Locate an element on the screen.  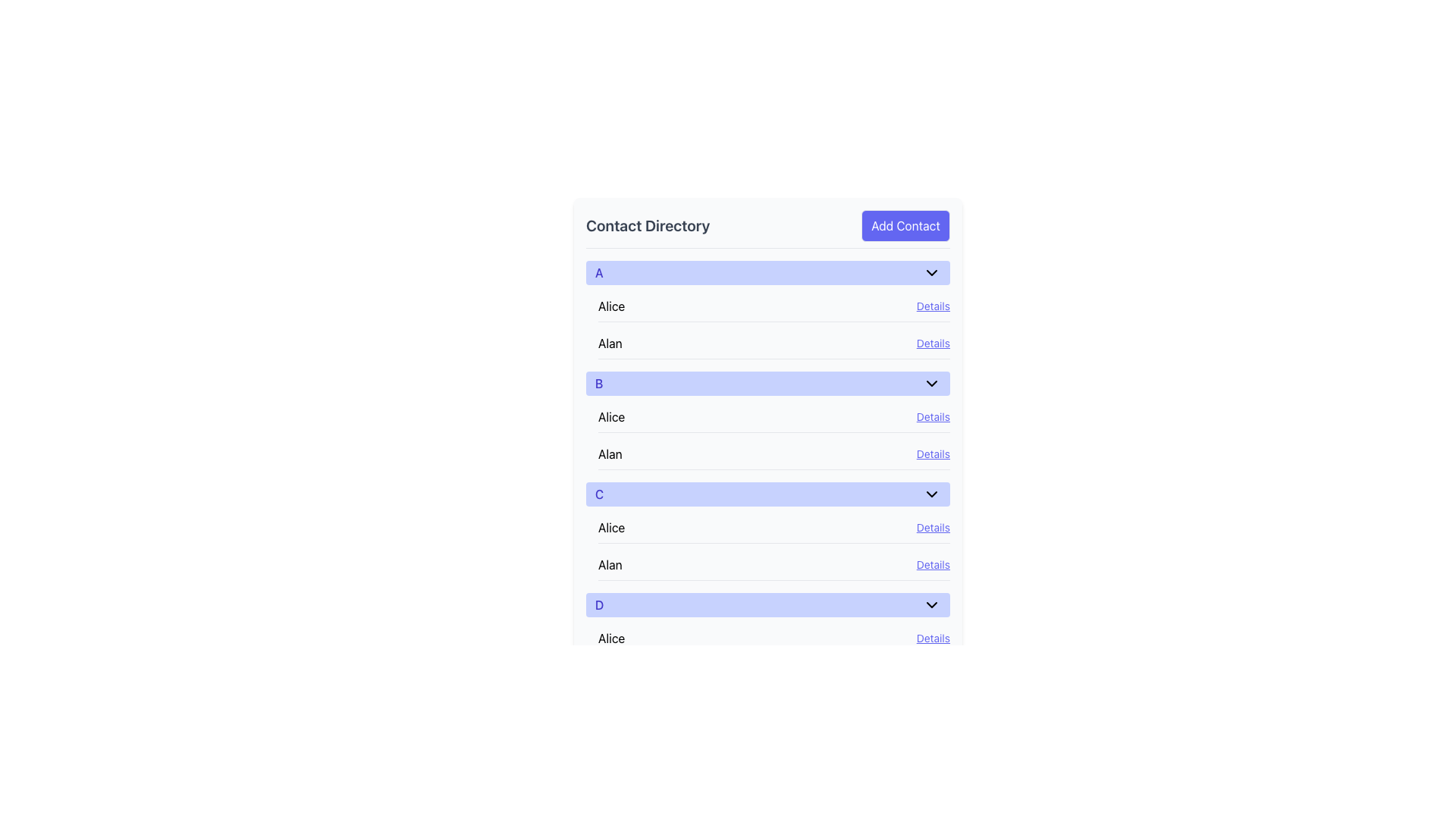
the toggle icon located in the rightmost part of the header labeled 'D', which is aligned vertically with the text is located at coordinates (930, 604).